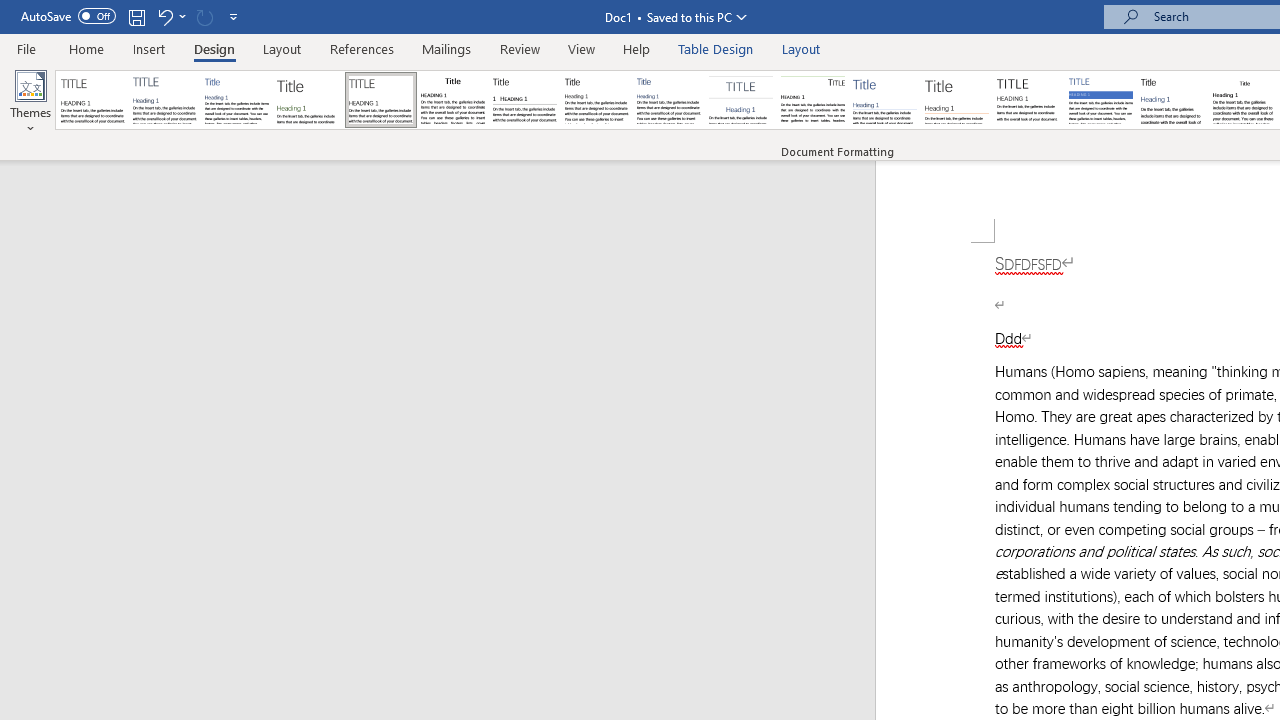 This screenshot has height=720, width=1280. What do you see at coordinates (164, 16) in the screenshot?
I see `'Undo Apply Quick Style Set'` at bounding box center [164, 16].